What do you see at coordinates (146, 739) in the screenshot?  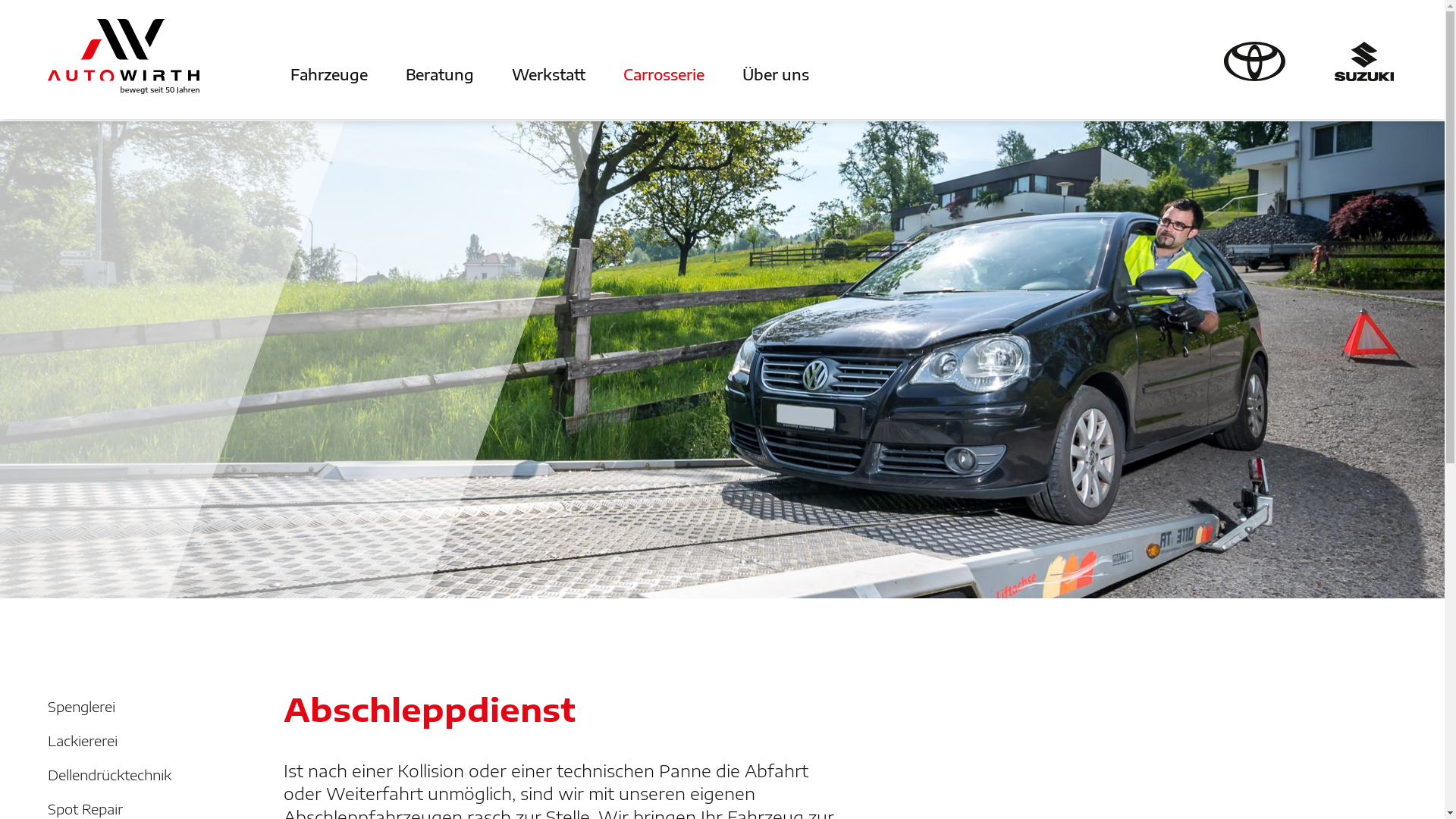 I see `'Lackiererei'` at bounding box center [146, 739].